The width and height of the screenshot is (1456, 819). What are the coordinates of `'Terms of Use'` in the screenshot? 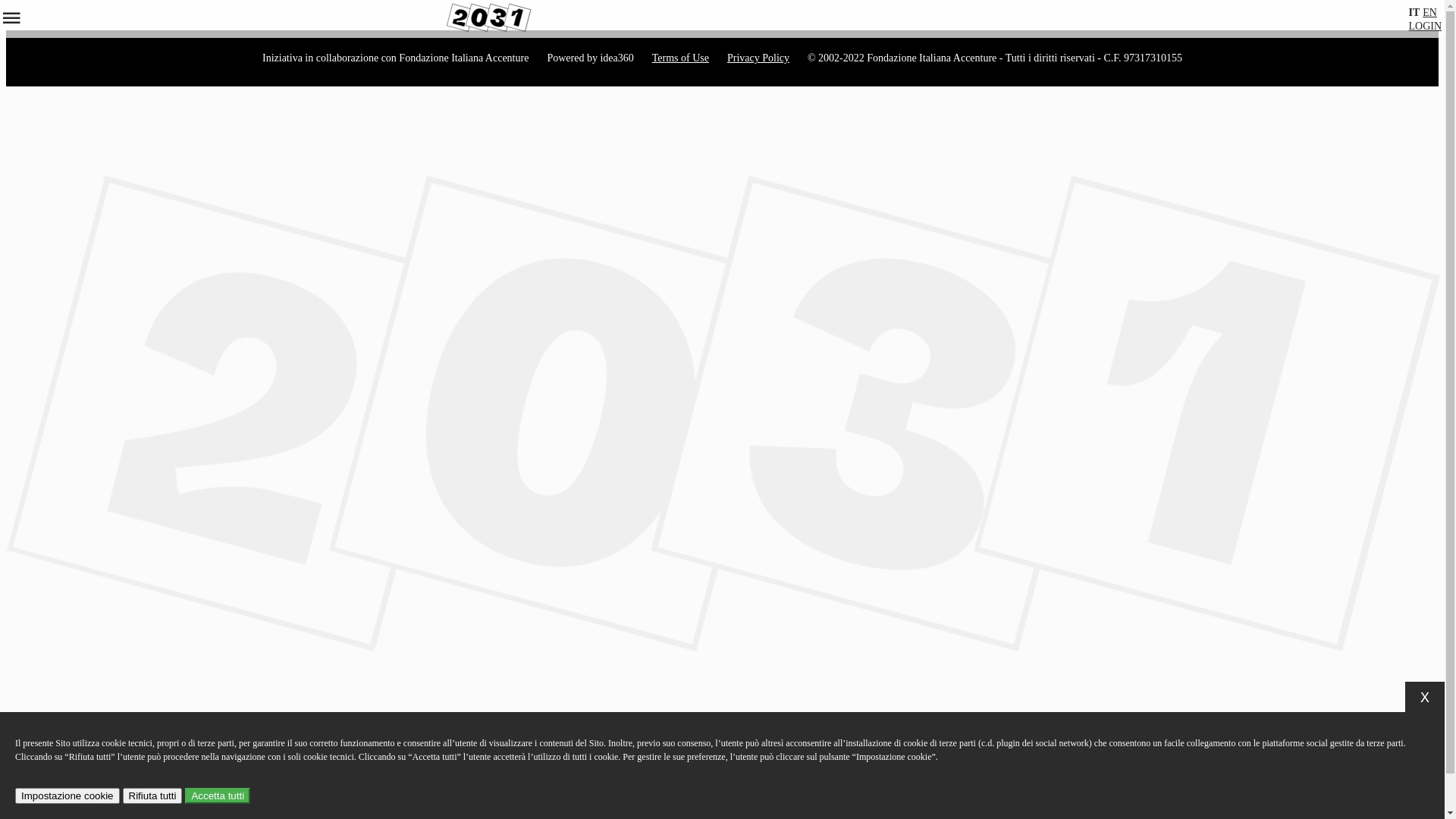 It's located at (679, 58).